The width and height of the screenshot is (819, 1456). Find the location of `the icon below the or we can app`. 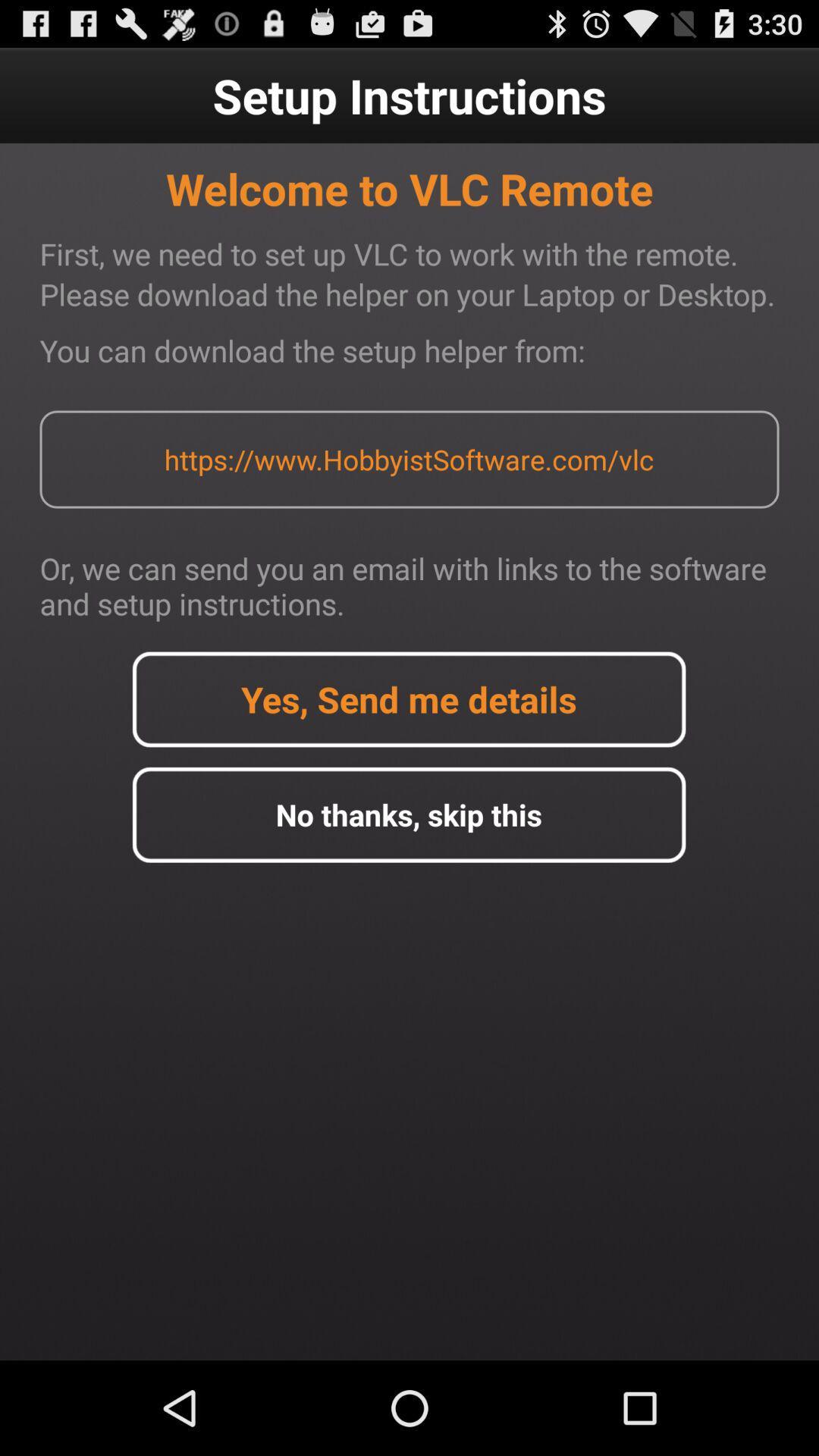

the icon below the or we can app is located at coordinates (408, 698).